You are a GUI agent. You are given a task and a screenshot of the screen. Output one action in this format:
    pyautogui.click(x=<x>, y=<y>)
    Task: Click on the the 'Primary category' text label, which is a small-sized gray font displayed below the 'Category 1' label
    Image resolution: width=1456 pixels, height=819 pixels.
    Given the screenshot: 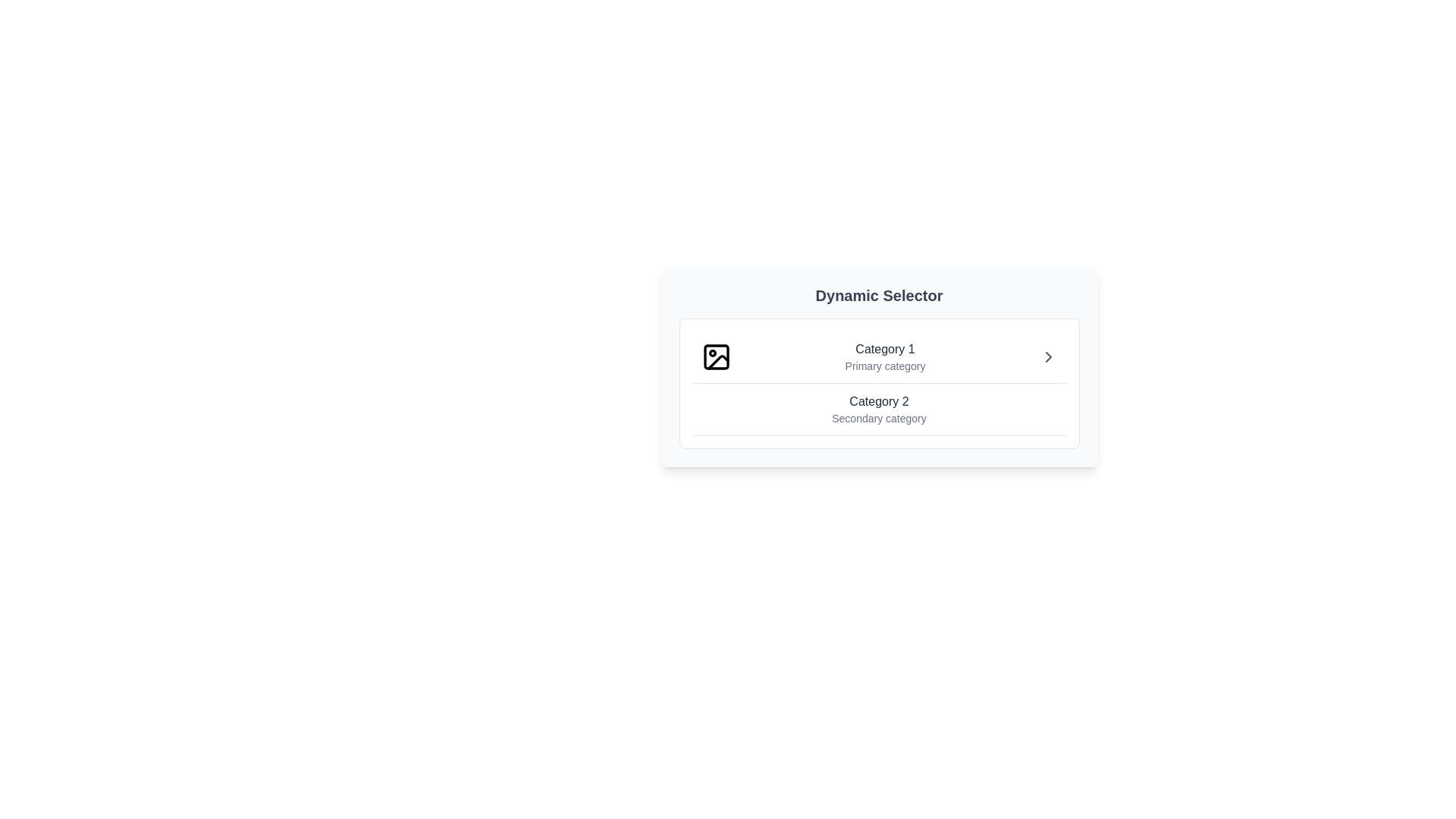 What is the action you would take?
    pyautogui.click(x=885, y=366)
    